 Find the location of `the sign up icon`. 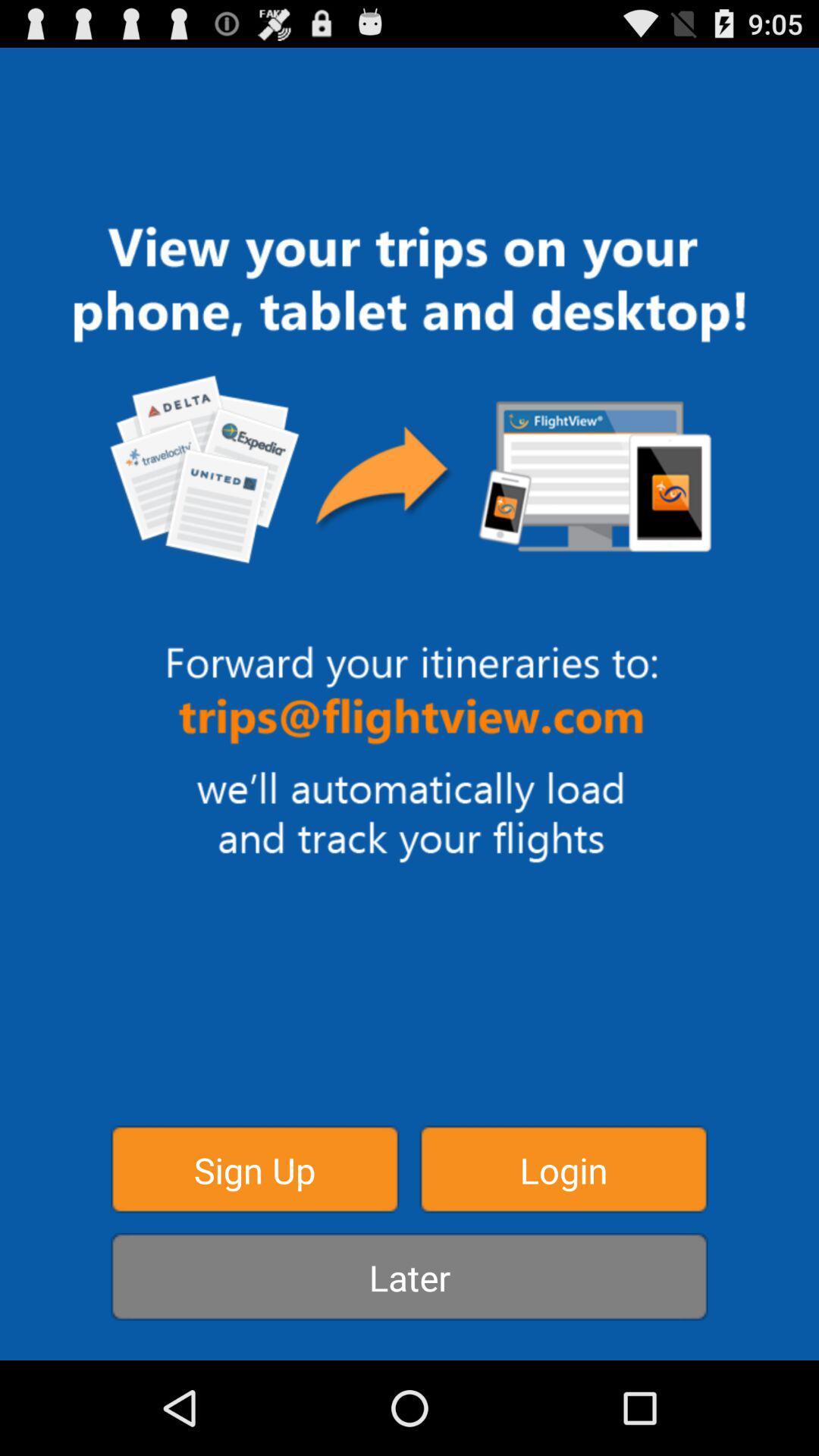

the sign up icon is located at coordinates (254, 1168).